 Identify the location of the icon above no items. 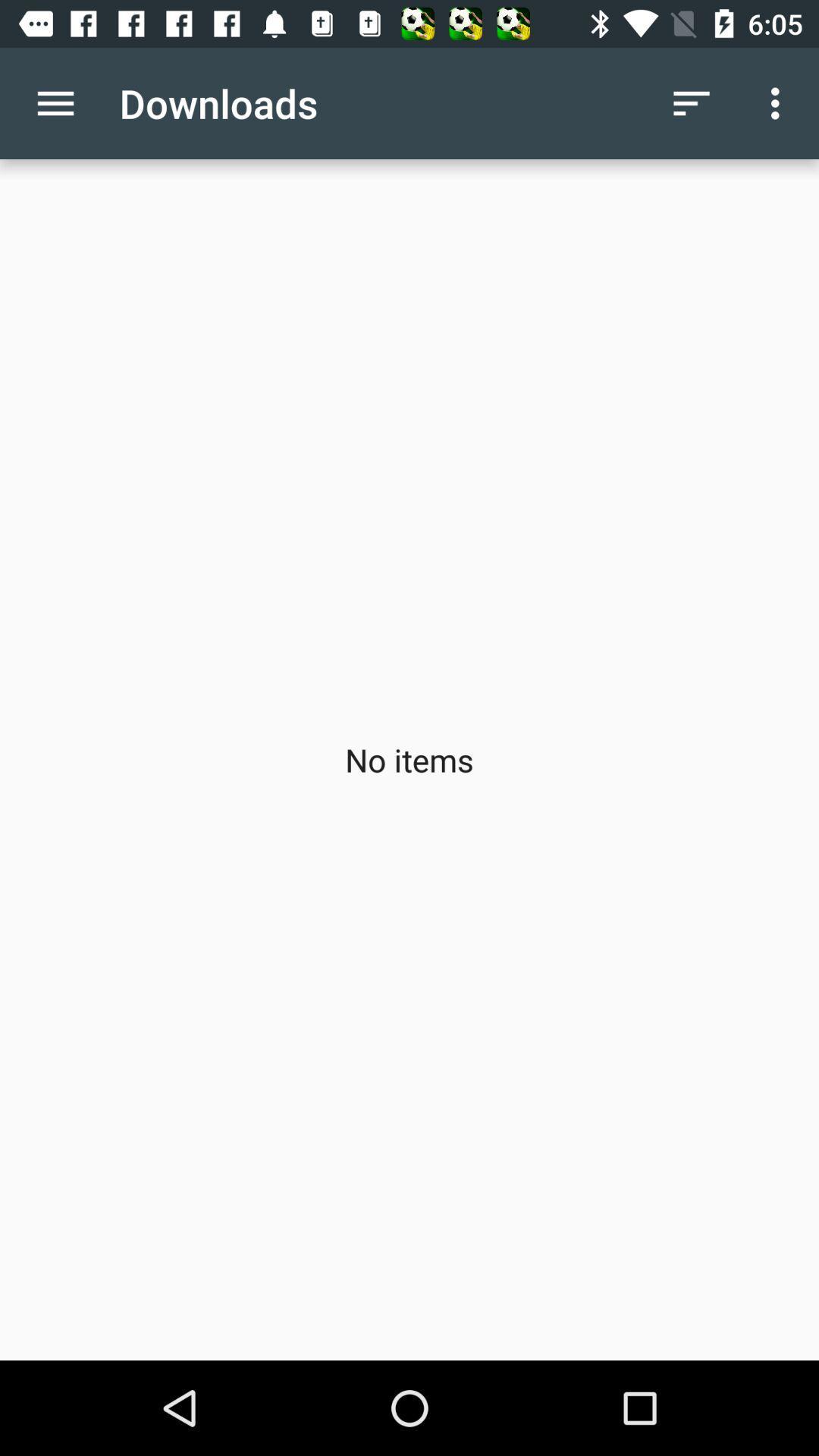
(691, 102).